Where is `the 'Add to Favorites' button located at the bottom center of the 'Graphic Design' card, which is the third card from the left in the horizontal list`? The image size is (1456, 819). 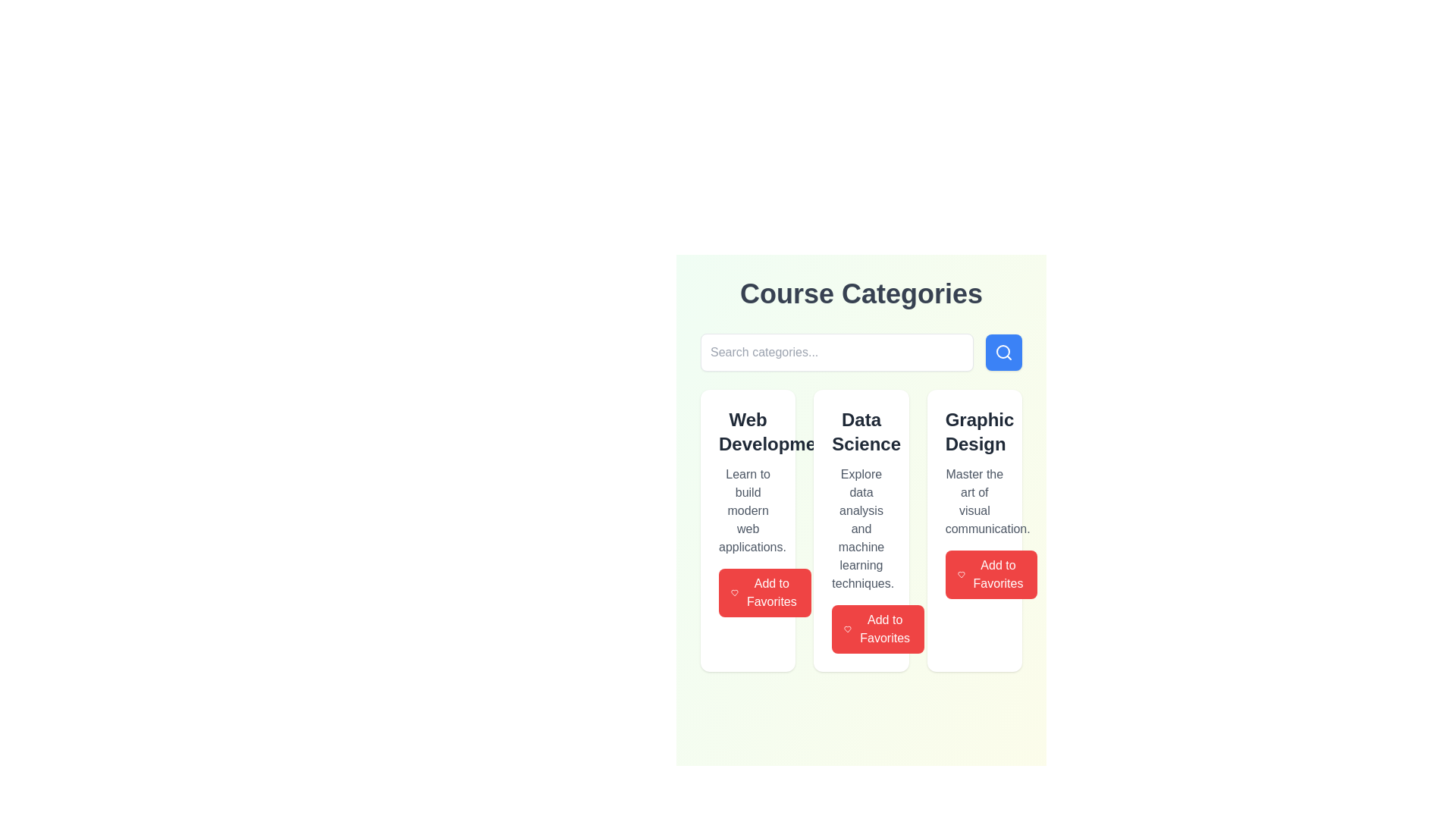
the 'Add to Favorites' button located at the bottom center of the 'Graphic Design' card, which is the third card from the left in the horizontal list is located at coordinates (991, 575).